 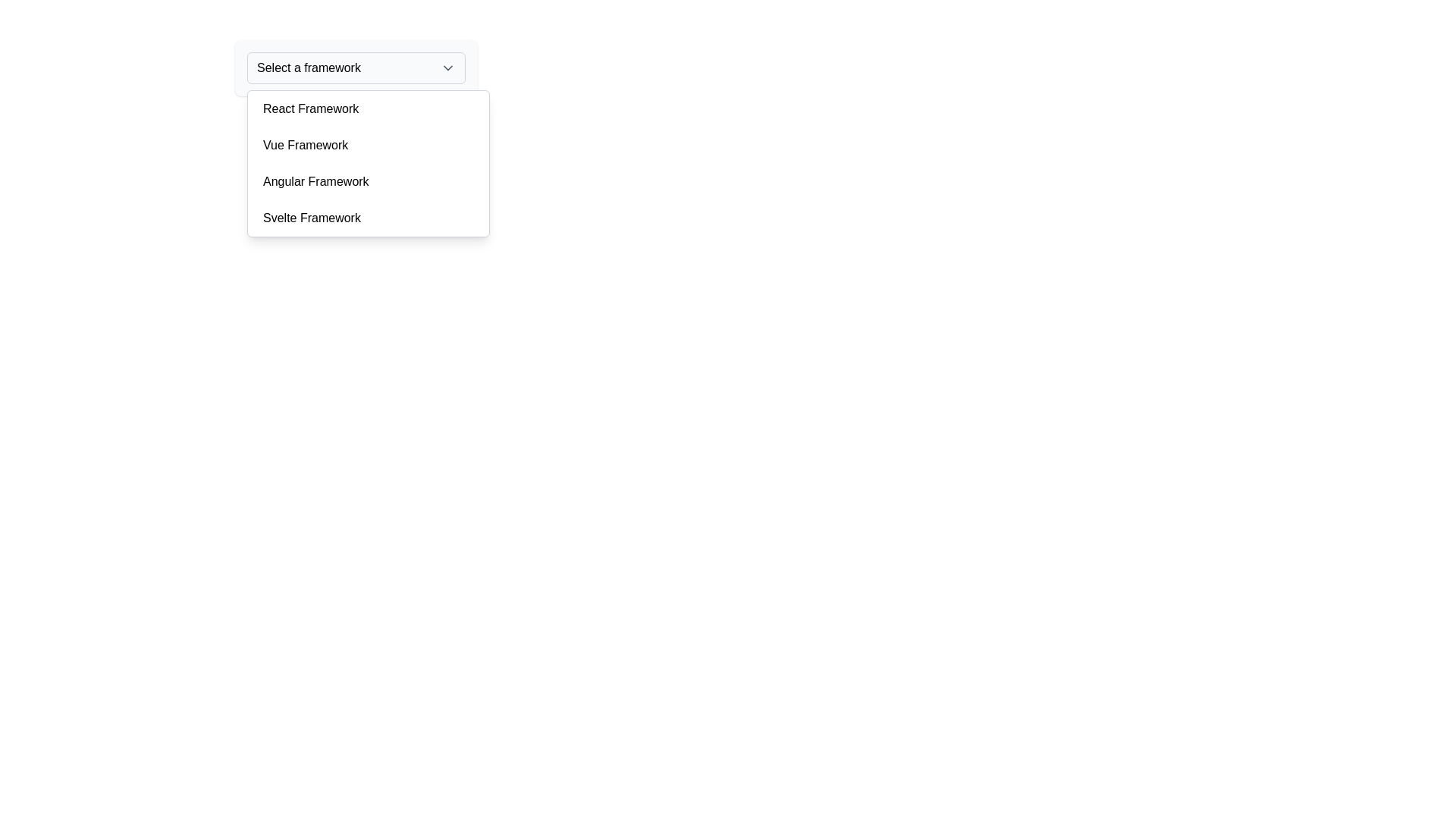 What do you see at coordinates (368, 180) in the screenshot?
I see `the 'Angular Framework' option in the dropdown menu` at bounding box center [368, 180].